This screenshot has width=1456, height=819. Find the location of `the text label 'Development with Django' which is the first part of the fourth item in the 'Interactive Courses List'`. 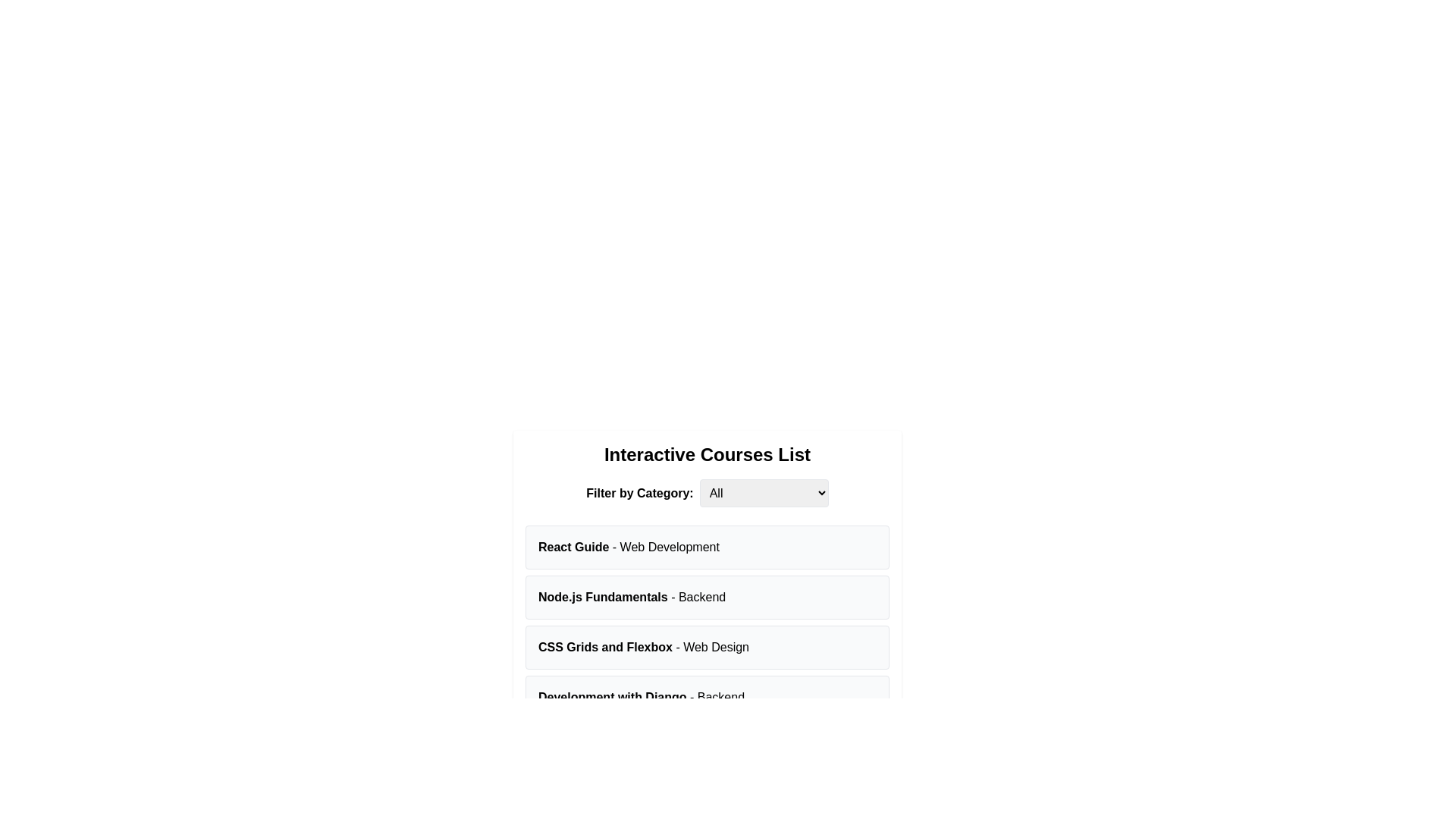

the text label 'Development with Django' which is the first part of the fourth item in the 'Interactive Courses List' is located at coordinates (612, 697).